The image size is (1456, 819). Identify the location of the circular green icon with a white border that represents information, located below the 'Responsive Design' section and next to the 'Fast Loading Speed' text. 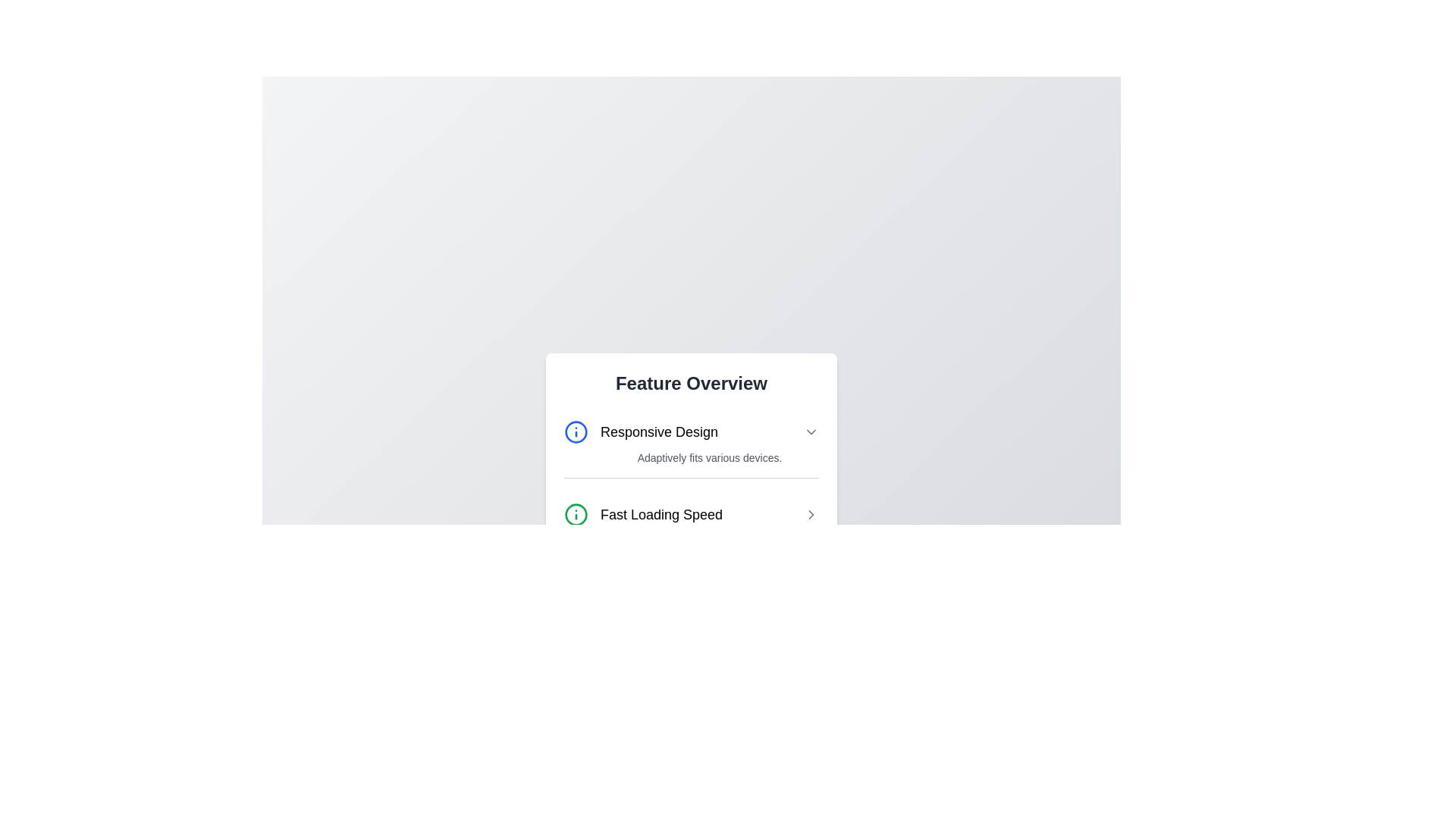
(575, 513).